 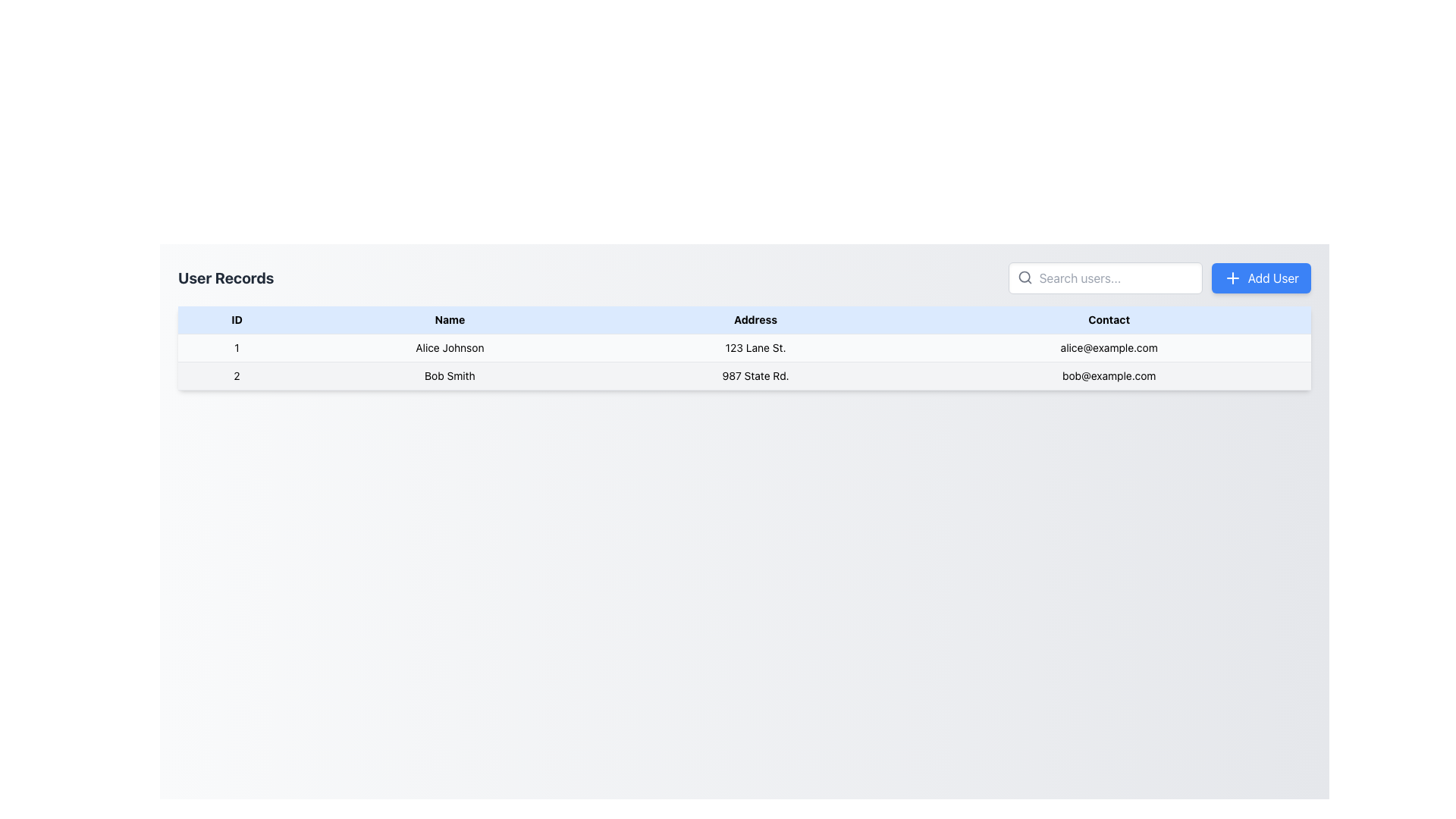 What do you see at coordinates (236, 348) in the screenshot?
I see `the table cell displaying the numeral '1' located under the 'ID' column` at bounding box center [236, 348].